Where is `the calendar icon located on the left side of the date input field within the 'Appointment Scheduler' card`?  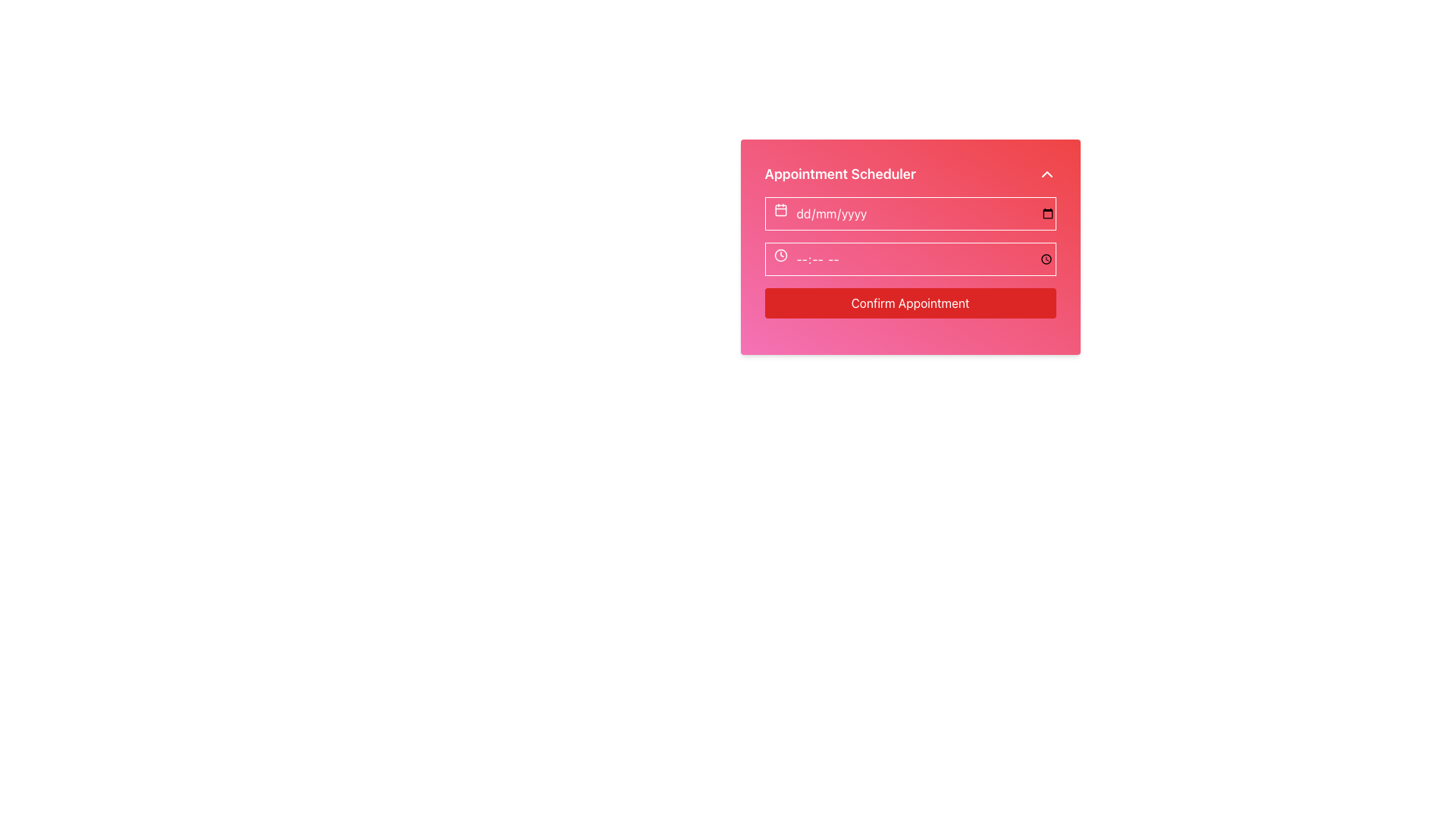 the calendar icon located on the left side of the date input field within the 'Appointment Scheduler' card is located at coordinates (780, 210).